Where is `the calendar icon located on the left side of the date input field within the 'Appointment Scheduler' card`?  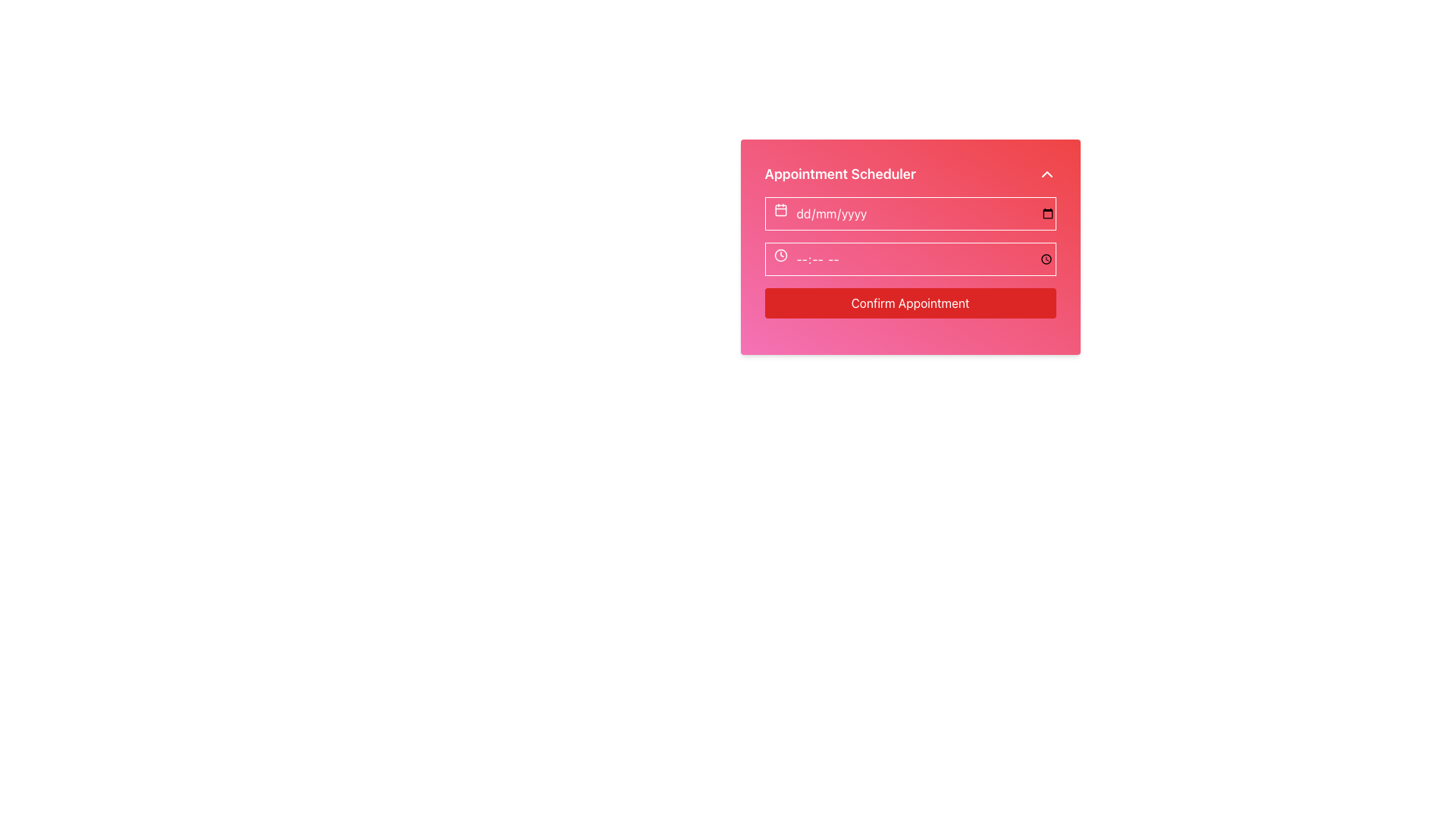 the calendar icon located on the left side of the date input field within the 'Appointment Scheduler' card is located at coordinates (780, 210).